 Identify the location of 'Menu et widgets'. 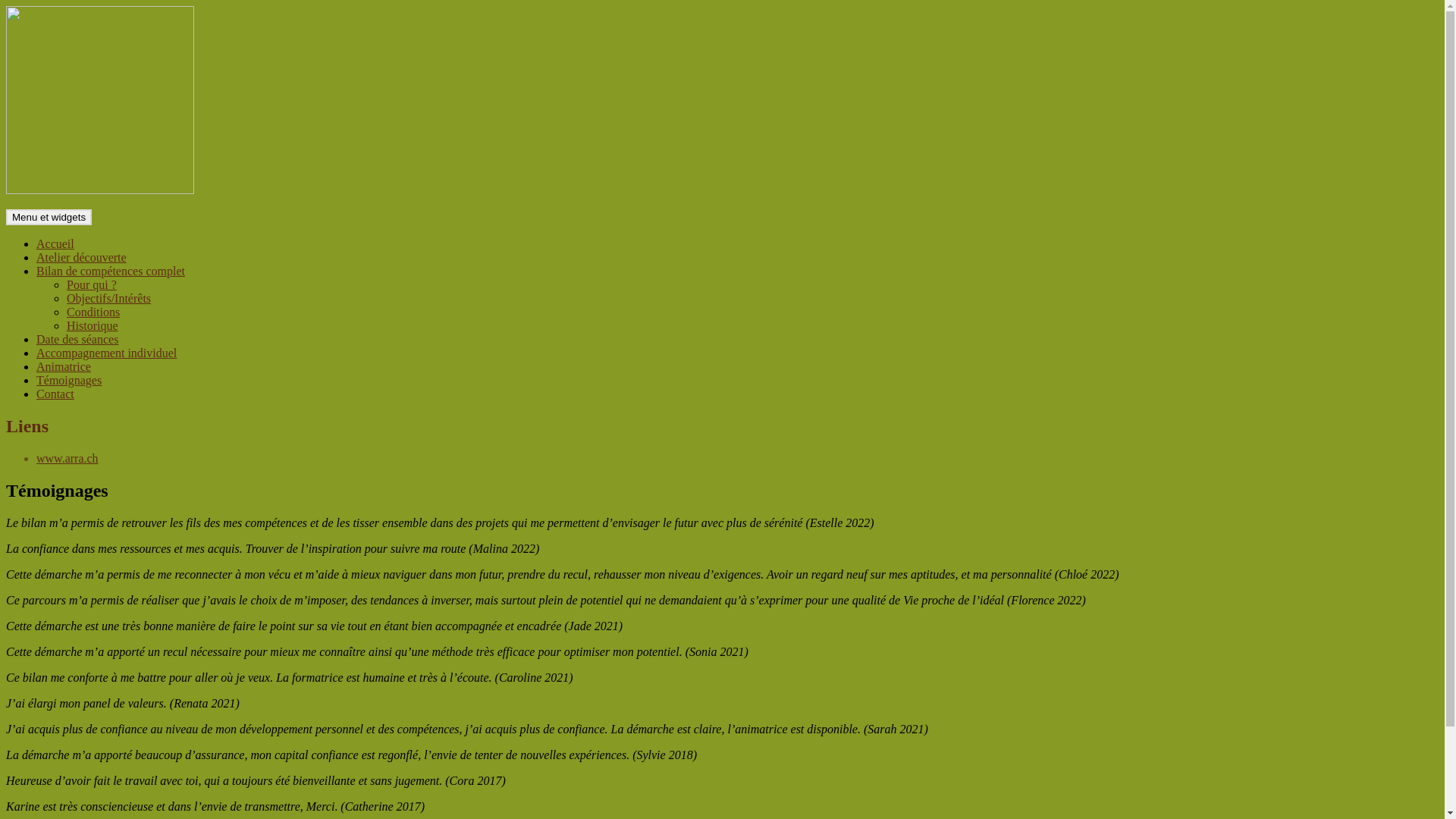
(49, 217).